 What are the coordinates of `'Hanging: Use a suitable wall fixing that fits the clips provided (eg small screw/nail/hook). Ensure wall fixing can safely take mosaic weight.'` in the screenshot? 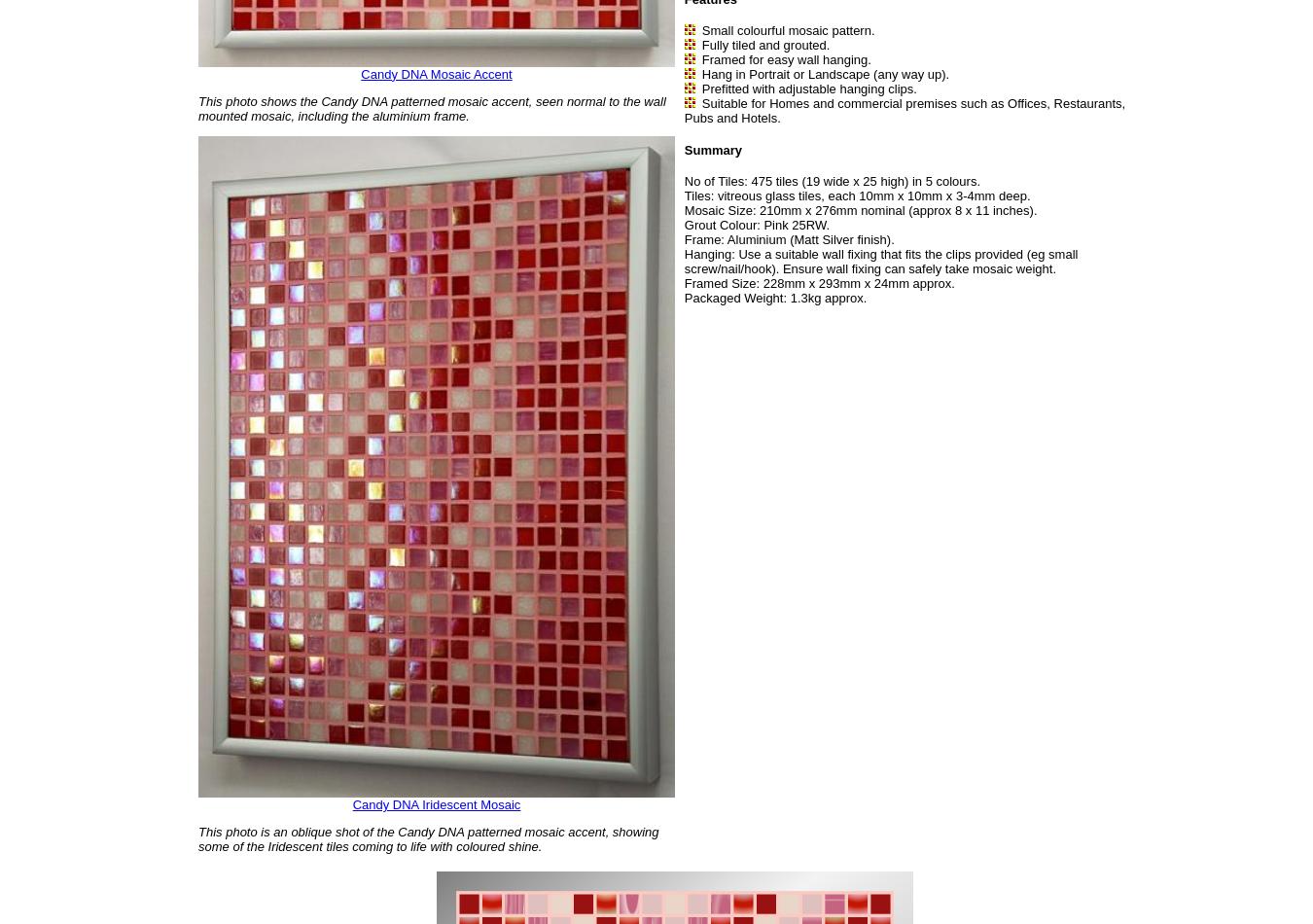 It's located at (682, 259).